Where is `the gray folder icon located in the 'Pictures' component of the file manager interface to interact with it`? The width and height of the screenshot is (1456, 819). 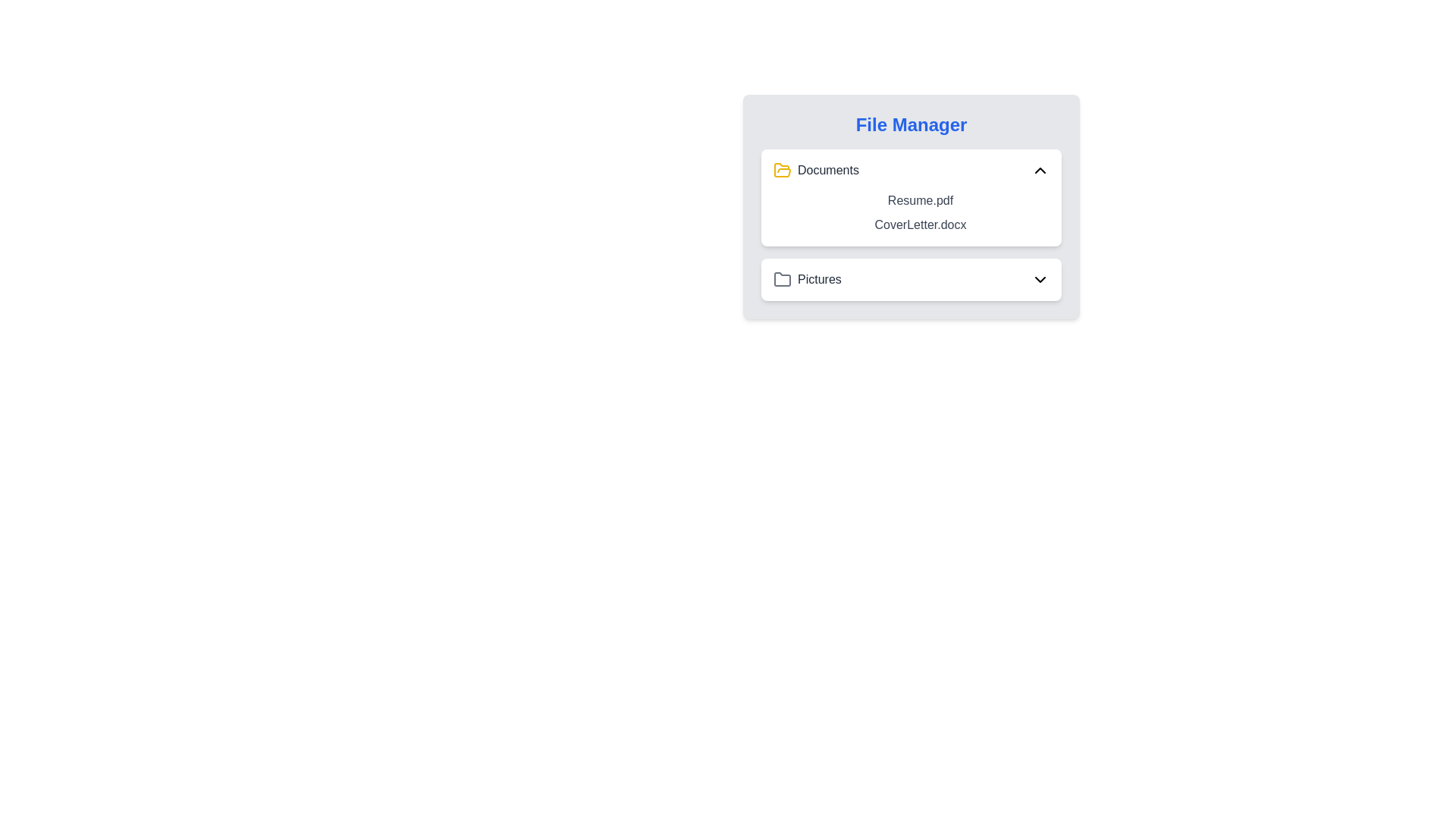 the gray folder icon located in the 'Pictures' component of the file manager interface to interact with it is located at coordinates (783, 280).